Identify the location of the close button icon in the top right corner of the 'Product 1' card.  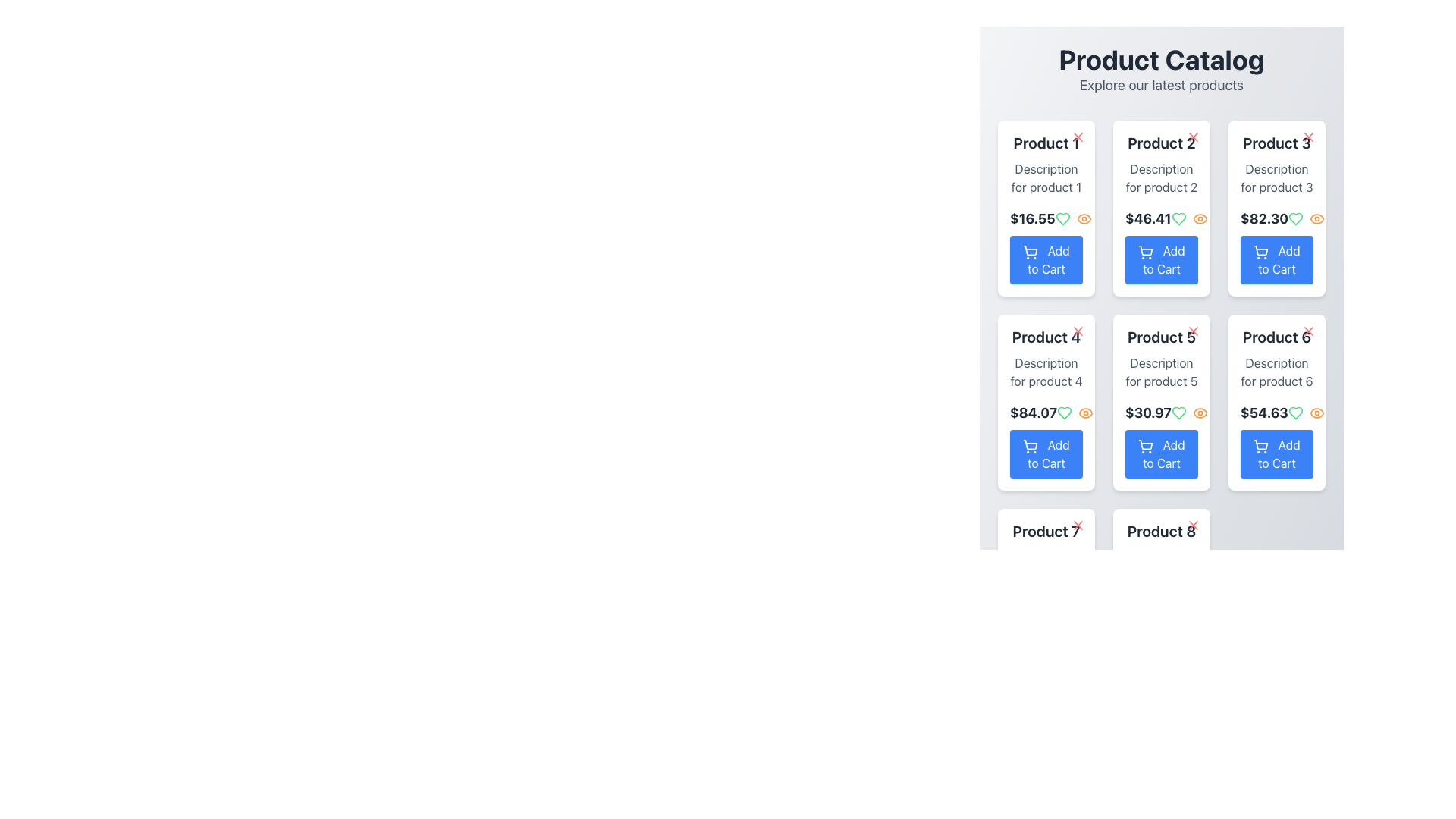
(1077, 137).